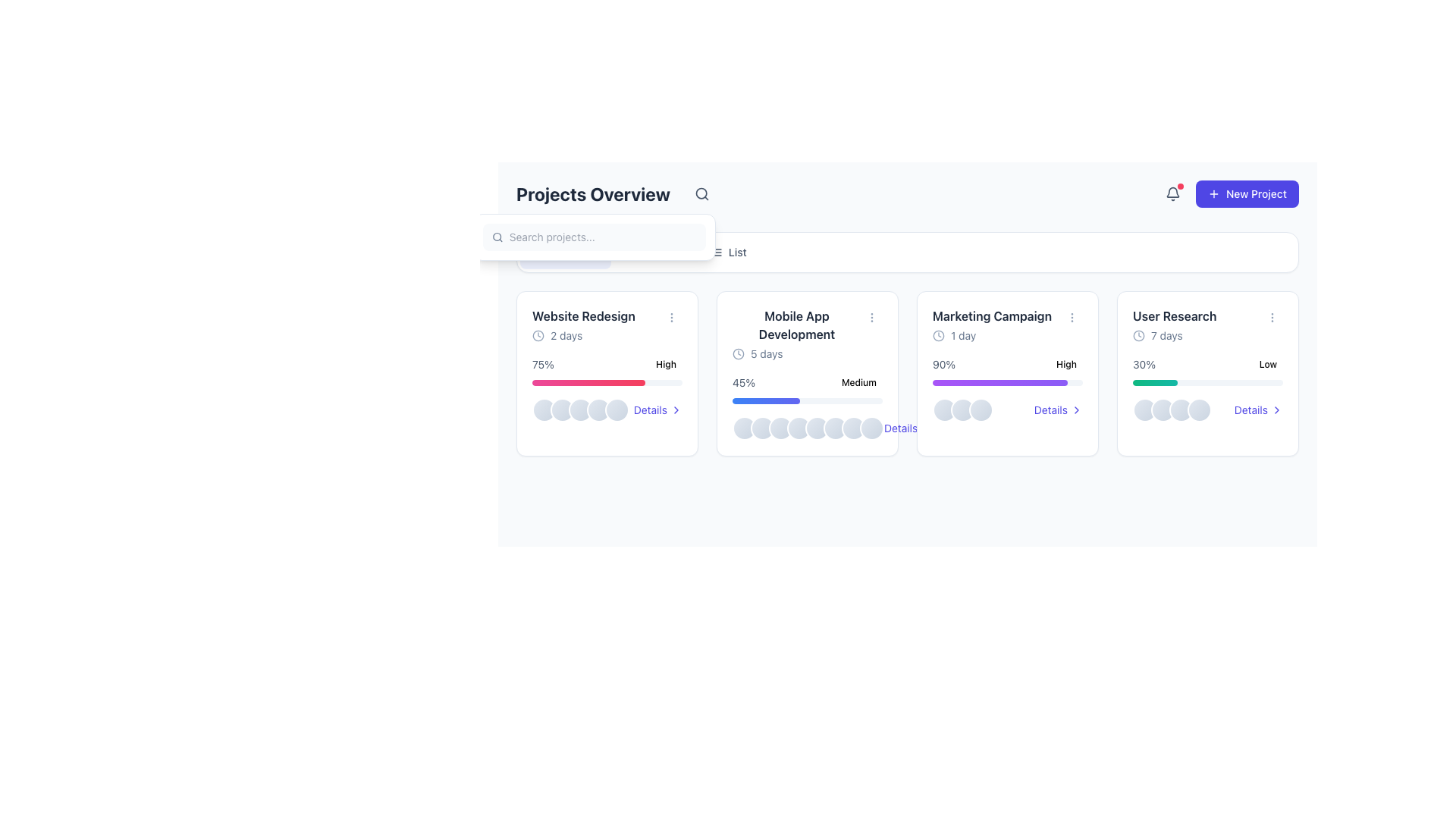 This screenshot has height=819, width=1456. What do you see at coordinates (666, 365) in the screenshot?
I see `the Priority status indicator badge located in the 'Website Redesign' project card near the top-right portion, adjacent to the progress percentage label` at bounding box center [666, 365].